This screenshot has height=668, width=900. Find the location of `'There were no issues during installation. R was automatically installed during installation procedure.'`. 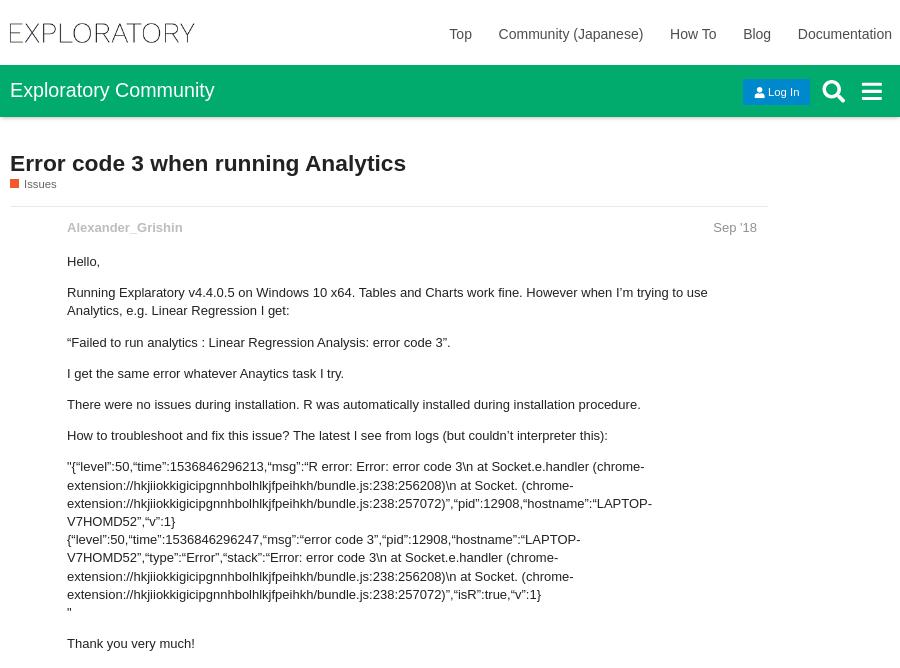

'There were no issues during installation. R was automatically installed during installation procedure.' is located at coordinates (353, 404).